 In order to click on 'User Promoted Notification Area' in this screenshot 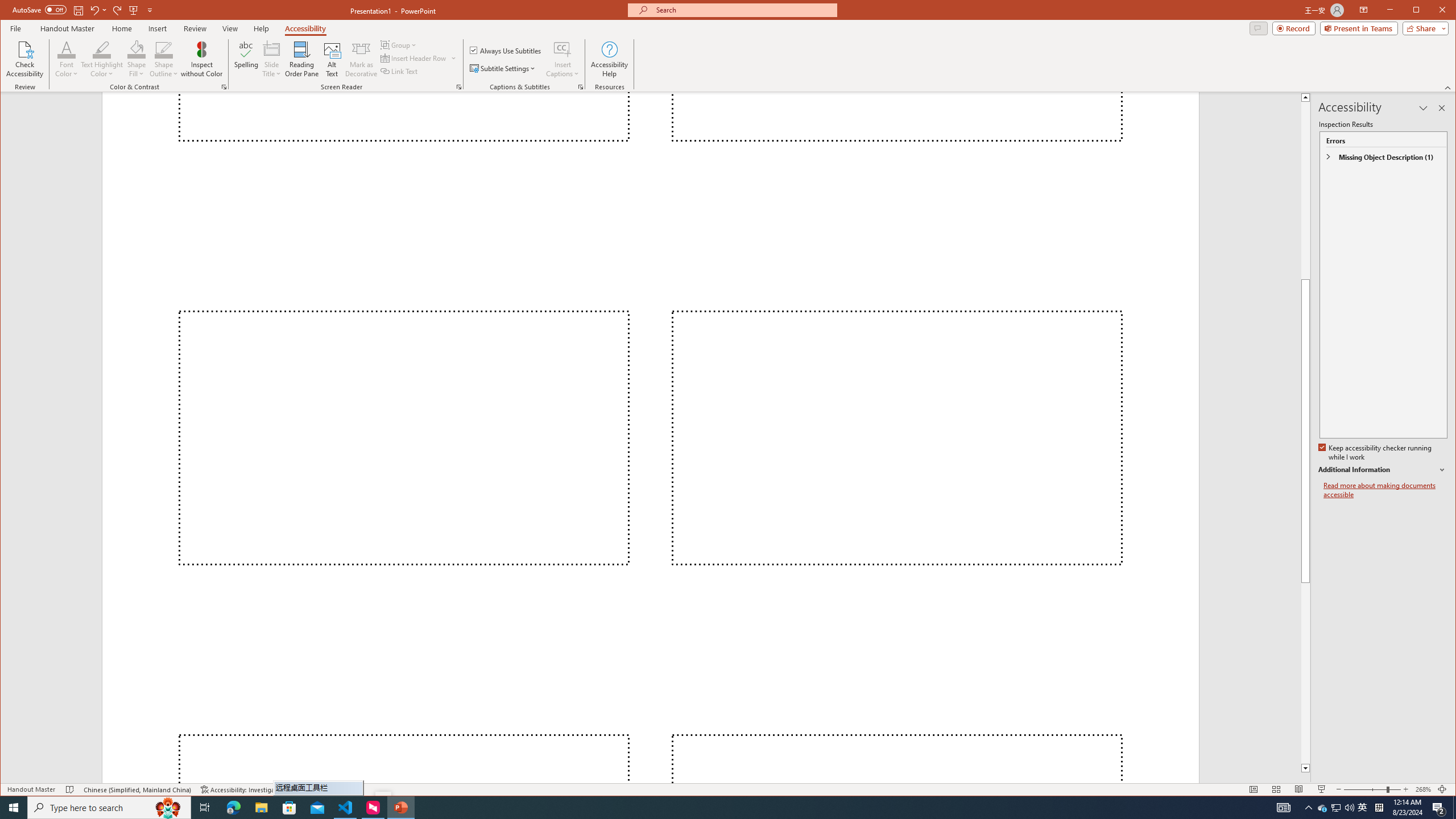, I will do `click(1336, 806)`.